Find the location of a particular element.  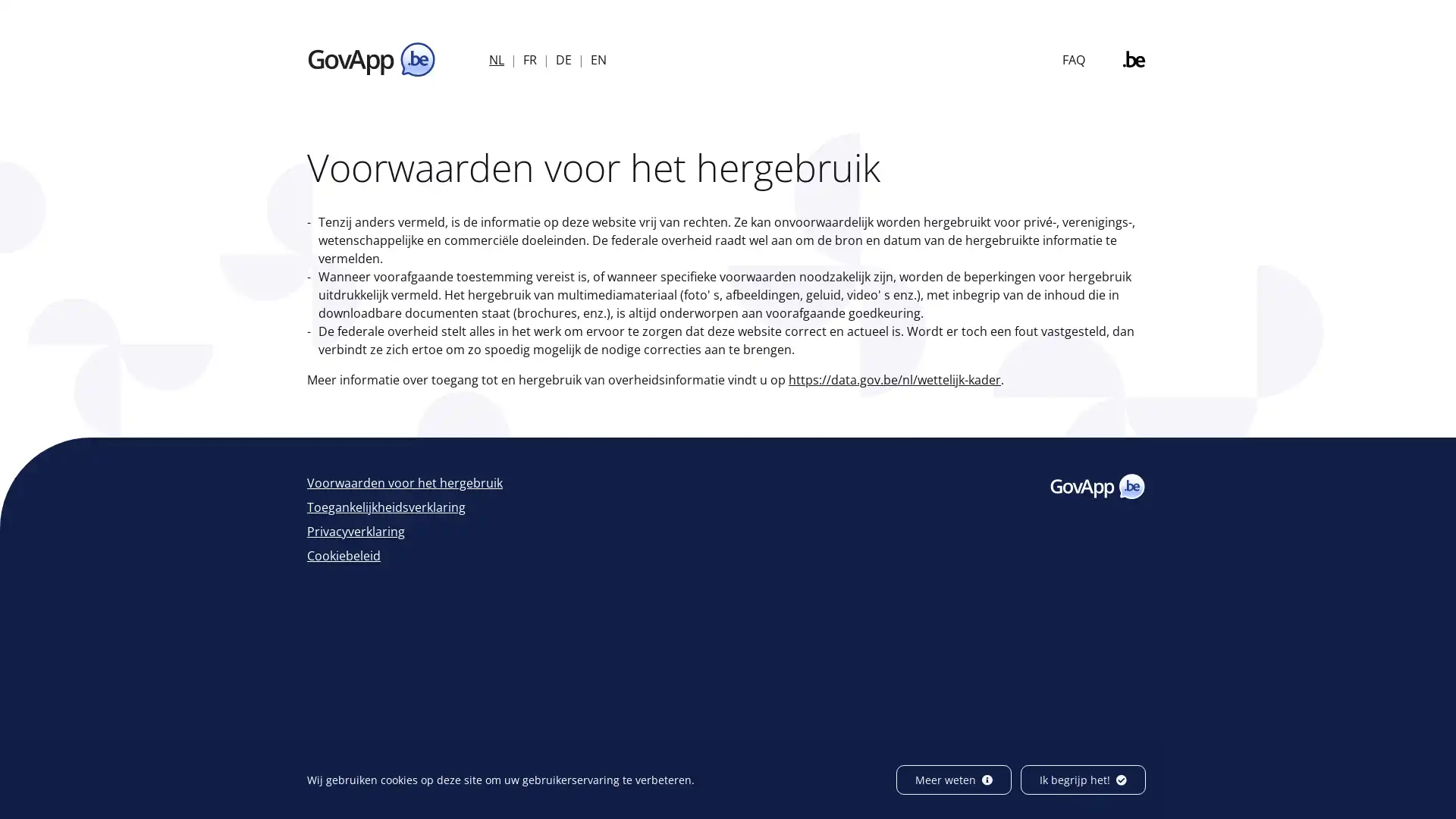

Ik begrijp het! is located at coordinates (1082, 780).